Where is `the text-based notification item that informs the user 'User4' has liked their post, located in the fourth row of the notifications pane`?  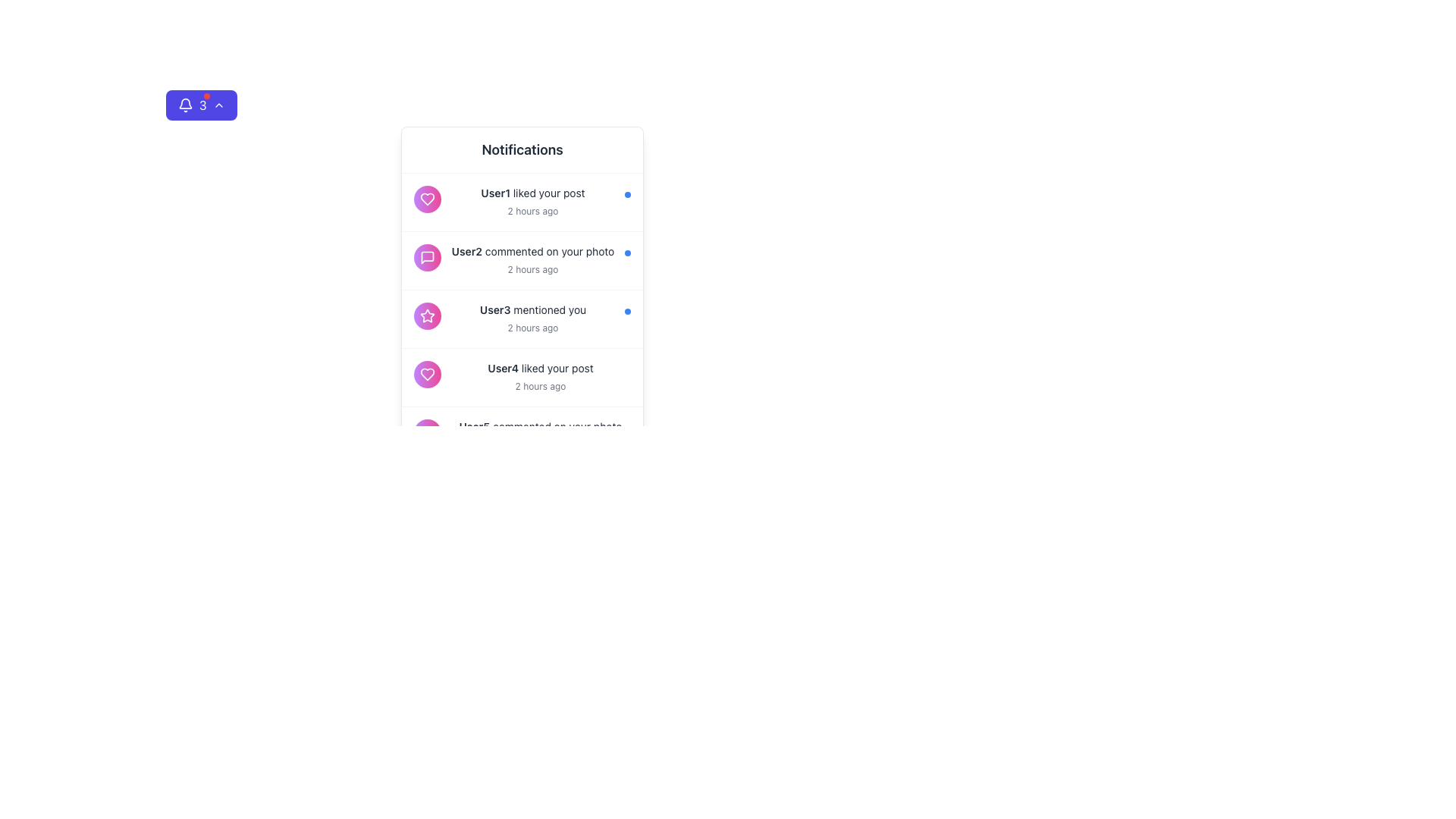
the text-based notification item that informs the user 'User4' has liked their post, located in the fourth row of the notifications pane is located at coordinates (541, 369).